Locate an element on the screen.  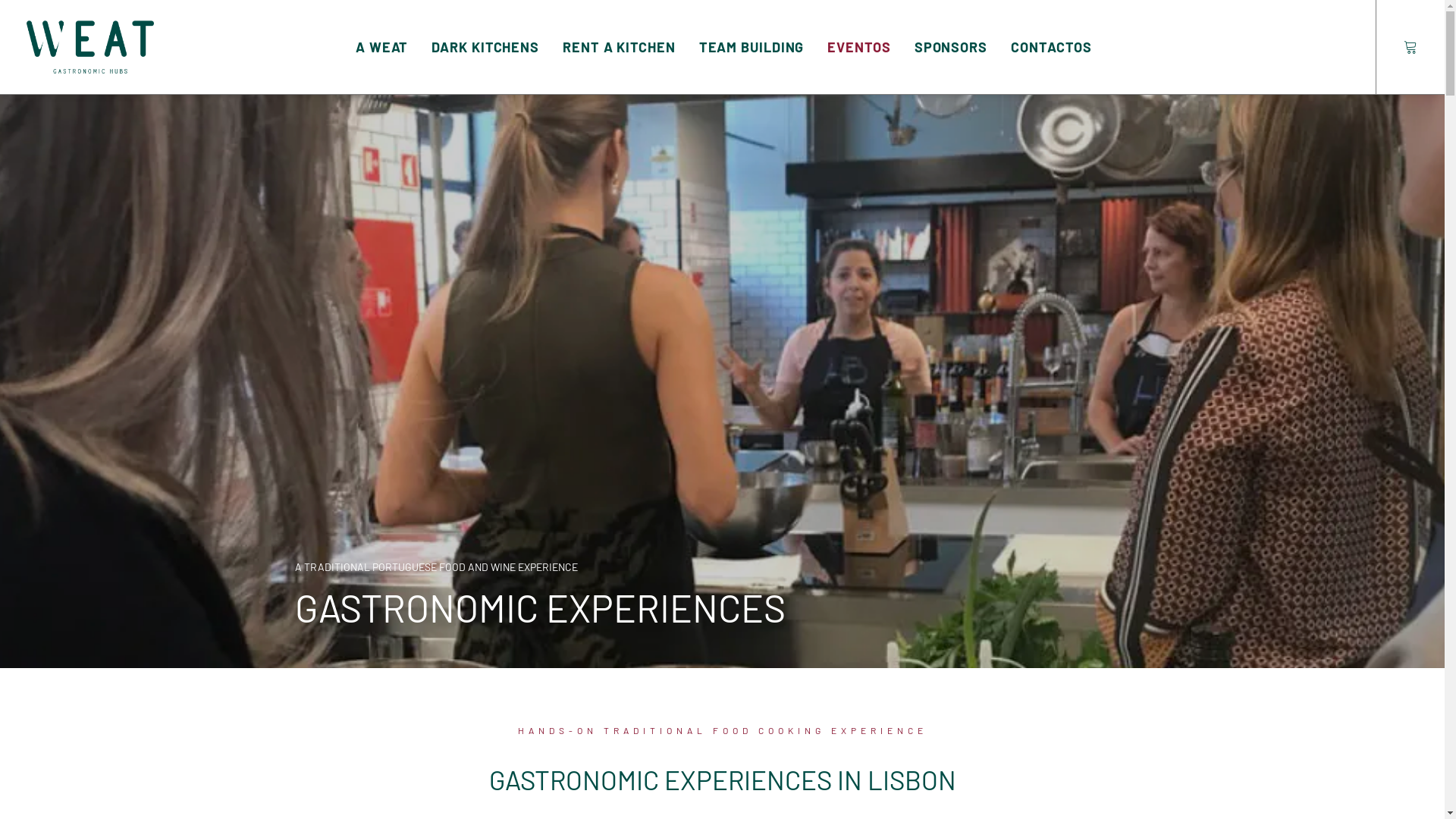
'A WEAT' is located at coordinates (381, 45).